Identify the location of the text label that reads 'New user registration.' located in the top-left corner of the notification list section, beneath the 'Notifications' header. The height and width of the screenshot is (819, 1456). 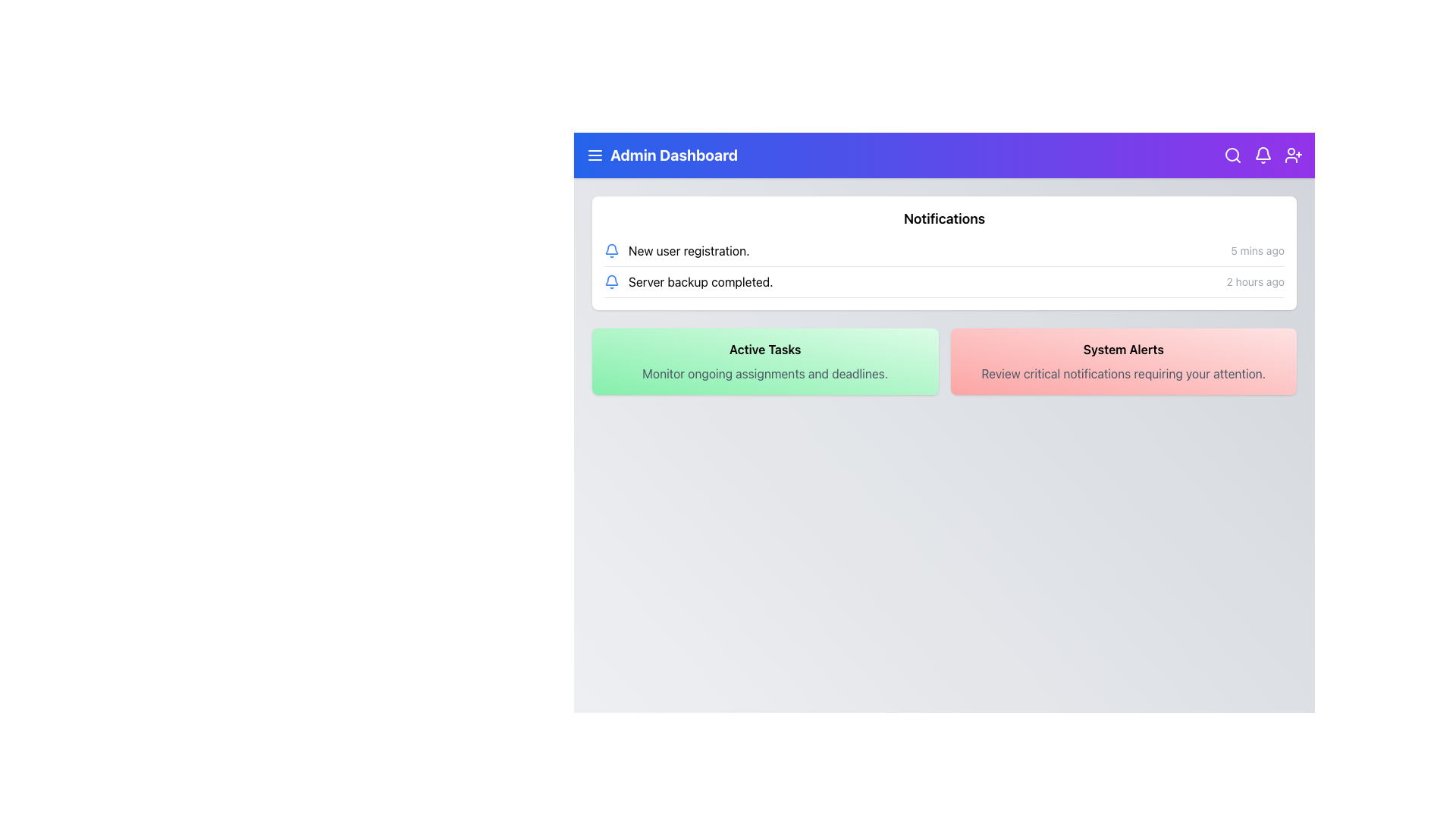
(688, 250).